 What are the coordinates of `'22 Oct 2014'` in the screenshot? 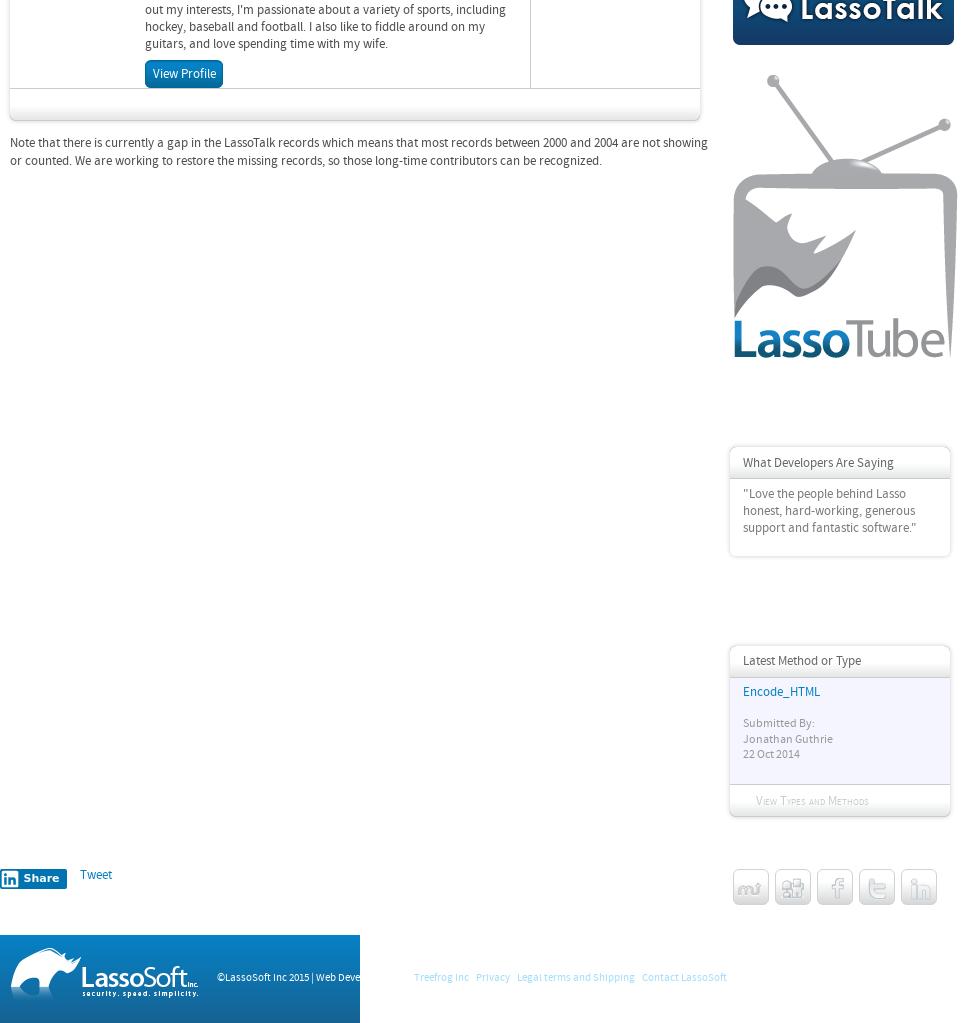 It's located at (771, 752).